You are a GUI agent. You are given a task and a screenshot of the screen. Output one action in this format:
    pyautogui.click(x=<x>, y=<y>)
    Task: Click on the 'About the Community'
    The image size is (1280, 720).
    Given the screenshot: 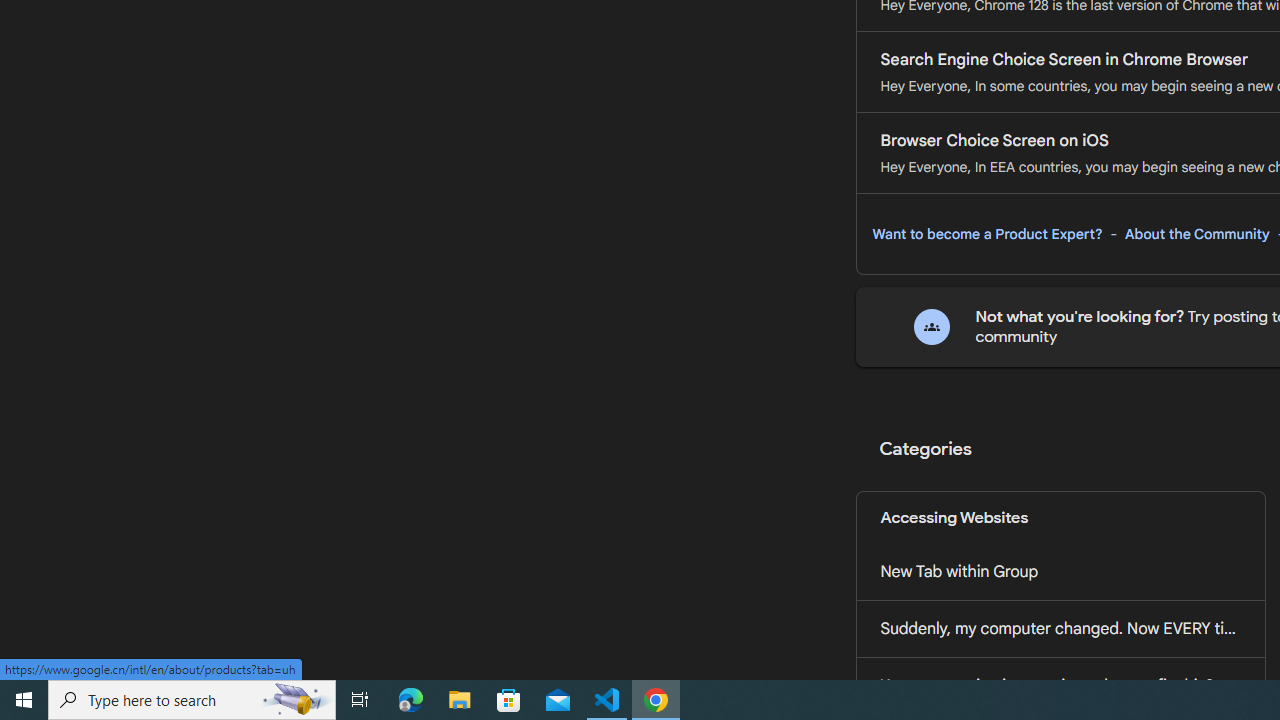 What is the action you would take?
    pyautogui.click(x=1197, y=233)
    